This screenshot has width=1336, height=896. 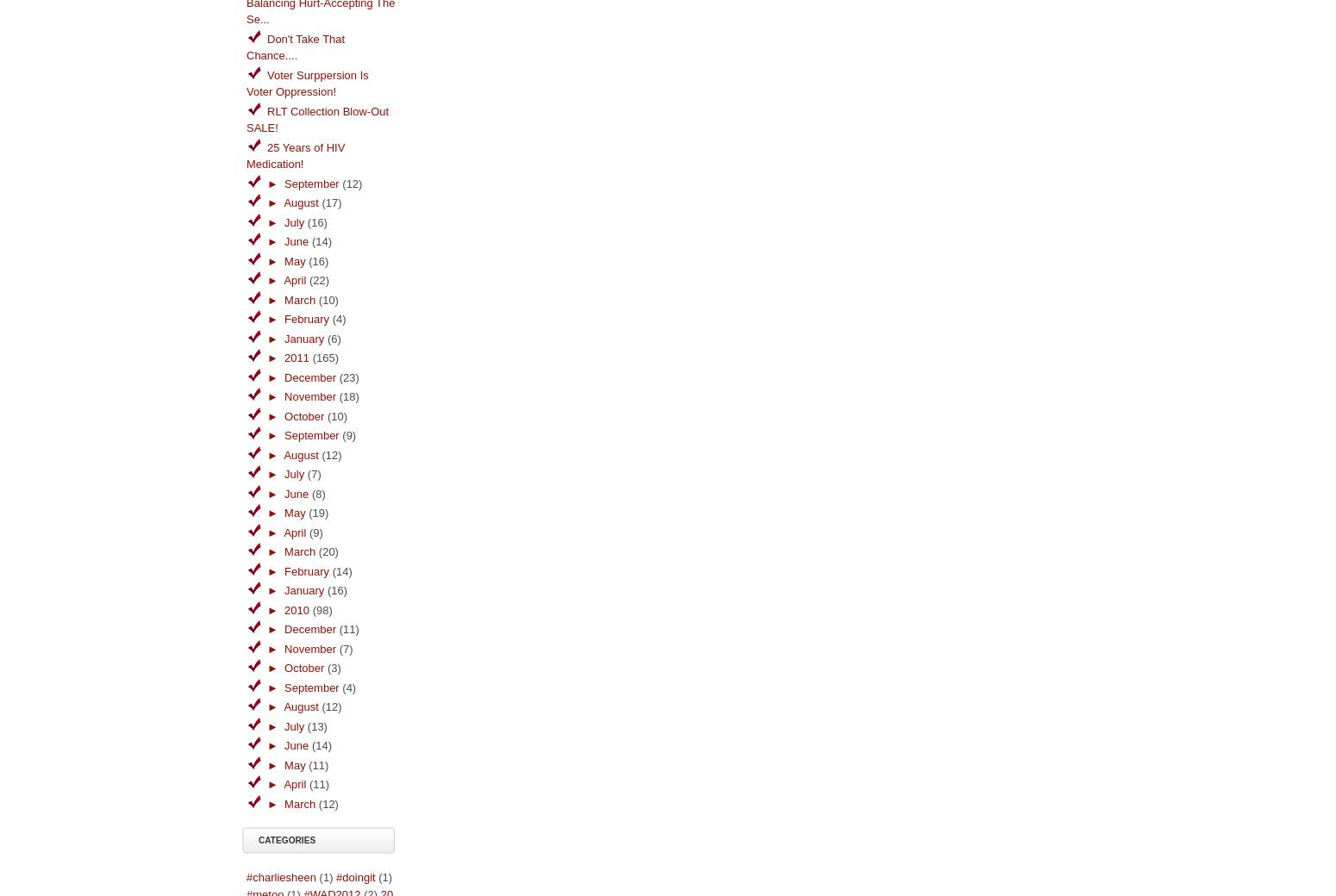 What do you see at coordinates (316, 119) in the screenshot?
I see `'RLT Collection Blow-Out SALE!'` at bounding box center [316, 119].